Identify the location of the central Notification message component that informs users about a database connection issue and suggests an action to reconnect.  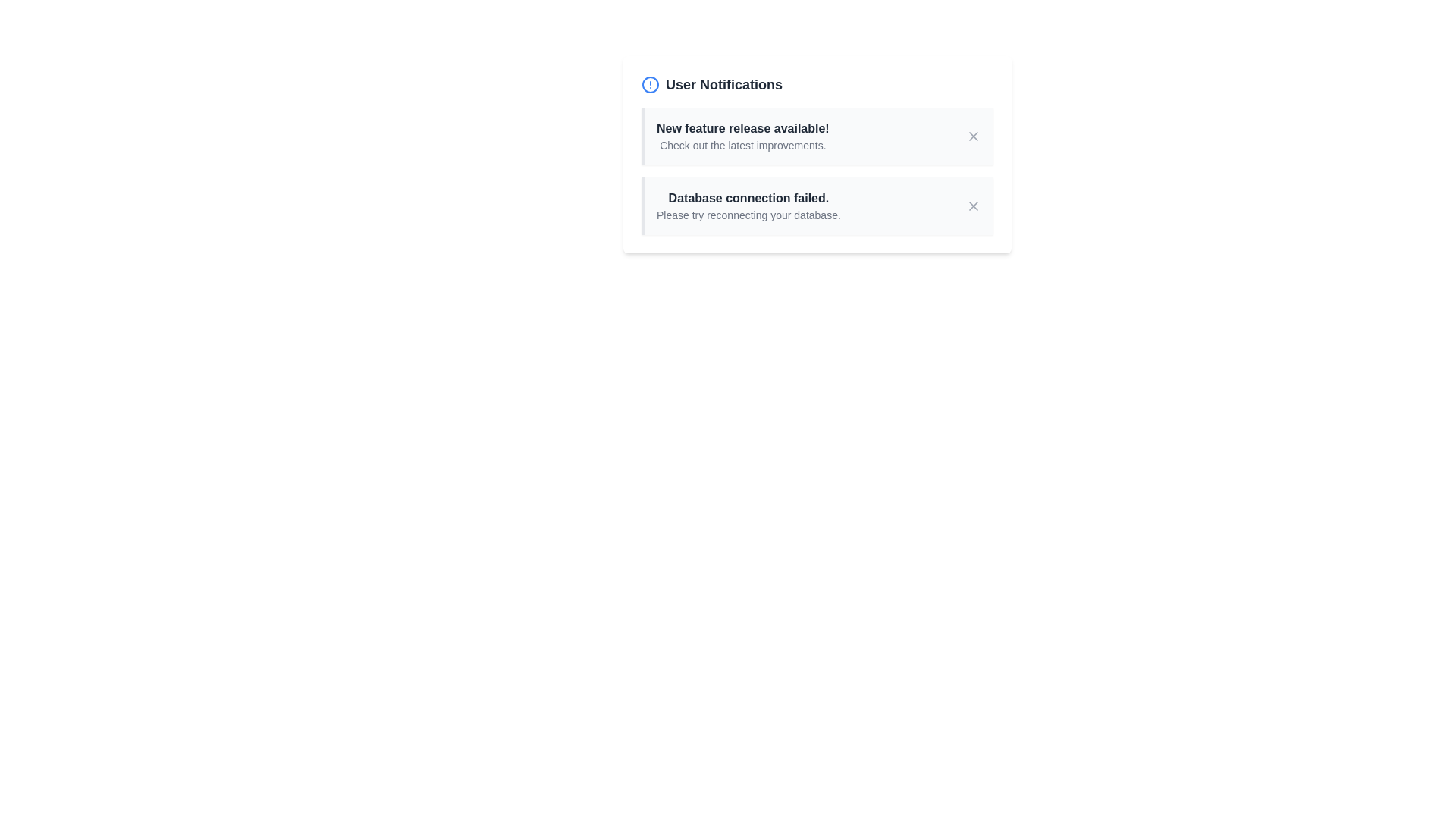
(748, 206).